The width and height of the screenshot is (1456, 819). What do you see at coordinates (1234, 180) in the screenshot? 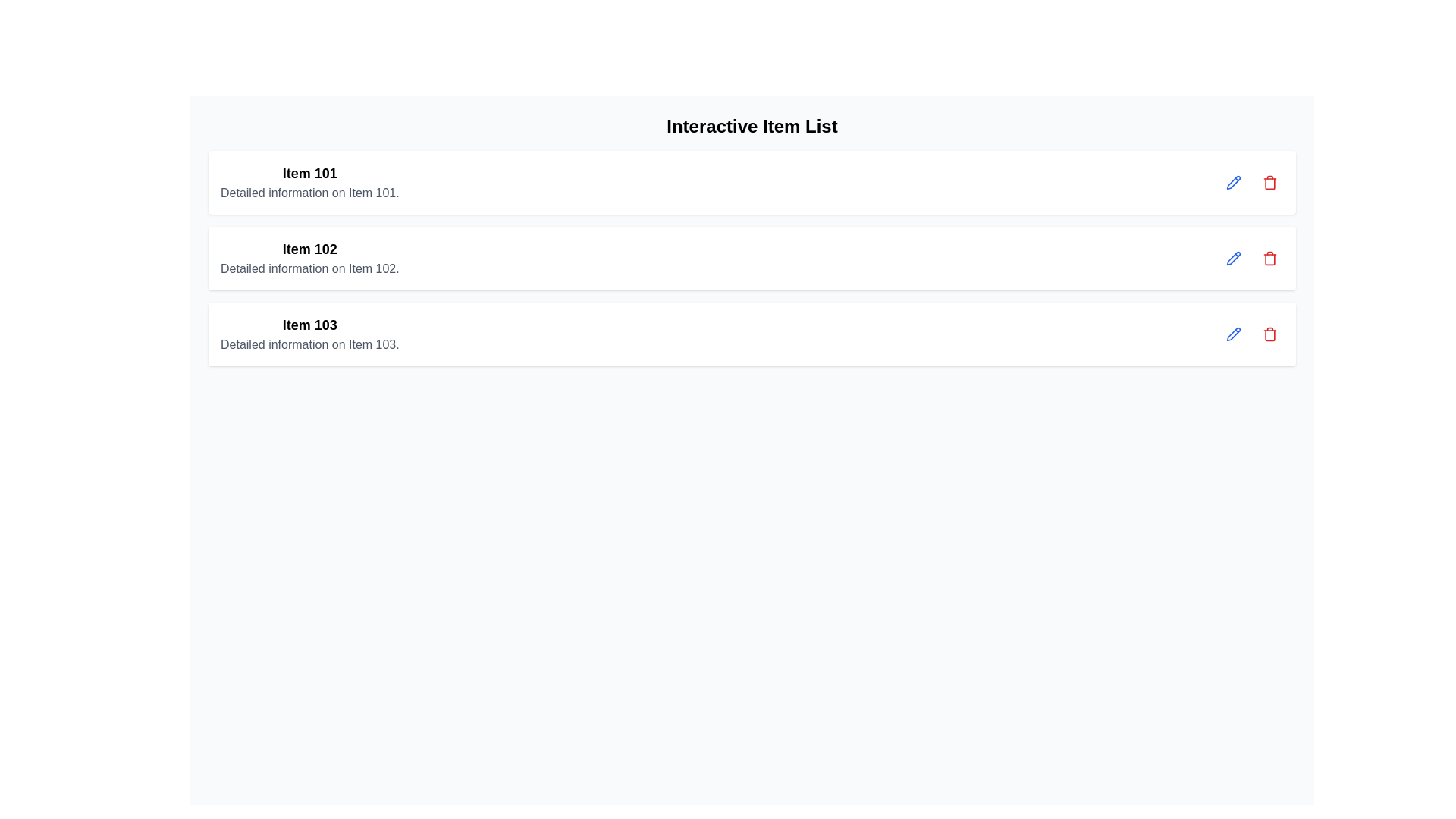
I see `the edit icon button located to the right of the list item labeled 'Item 102' to initiate the editing process for that item` at bounding box center [1234, 180].